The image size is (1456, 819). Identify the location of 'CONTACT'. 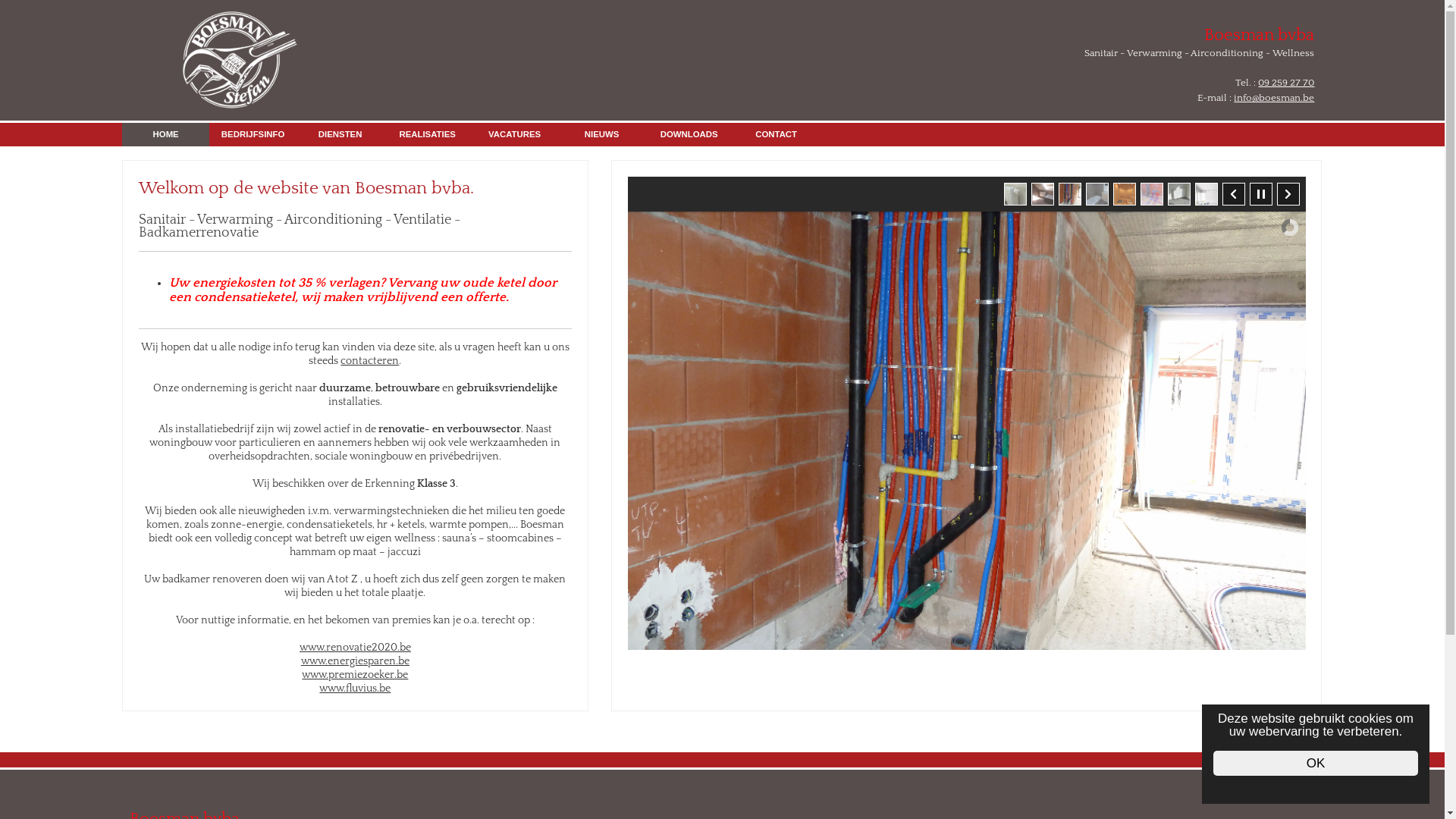
(776, 133).